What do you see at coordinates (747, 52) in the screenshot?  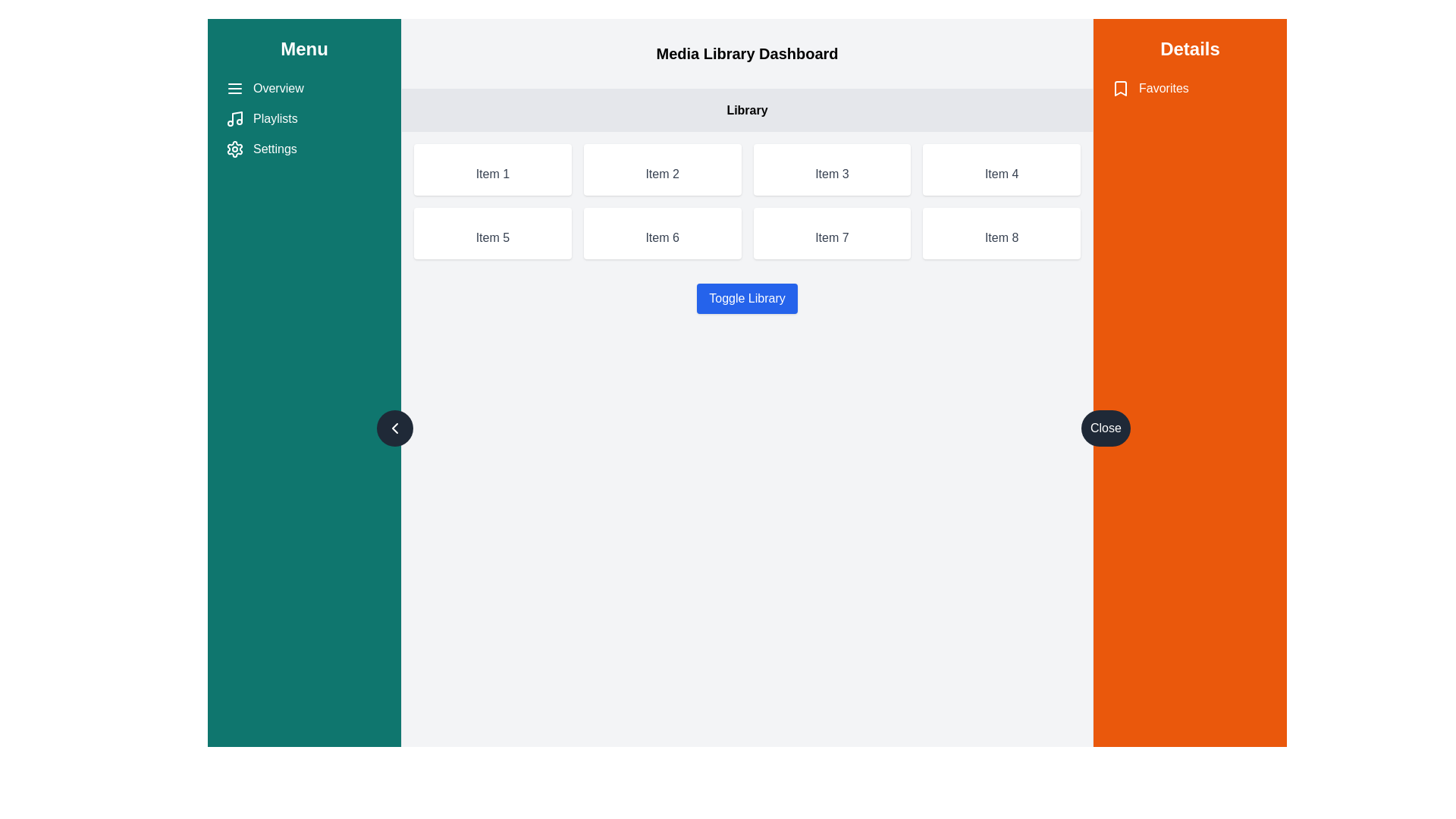 I see `the static text label that serves as a title for the Media Library Dashboard, located at the top-center of the interface beneath the header section` at bounding box center [747, 52].